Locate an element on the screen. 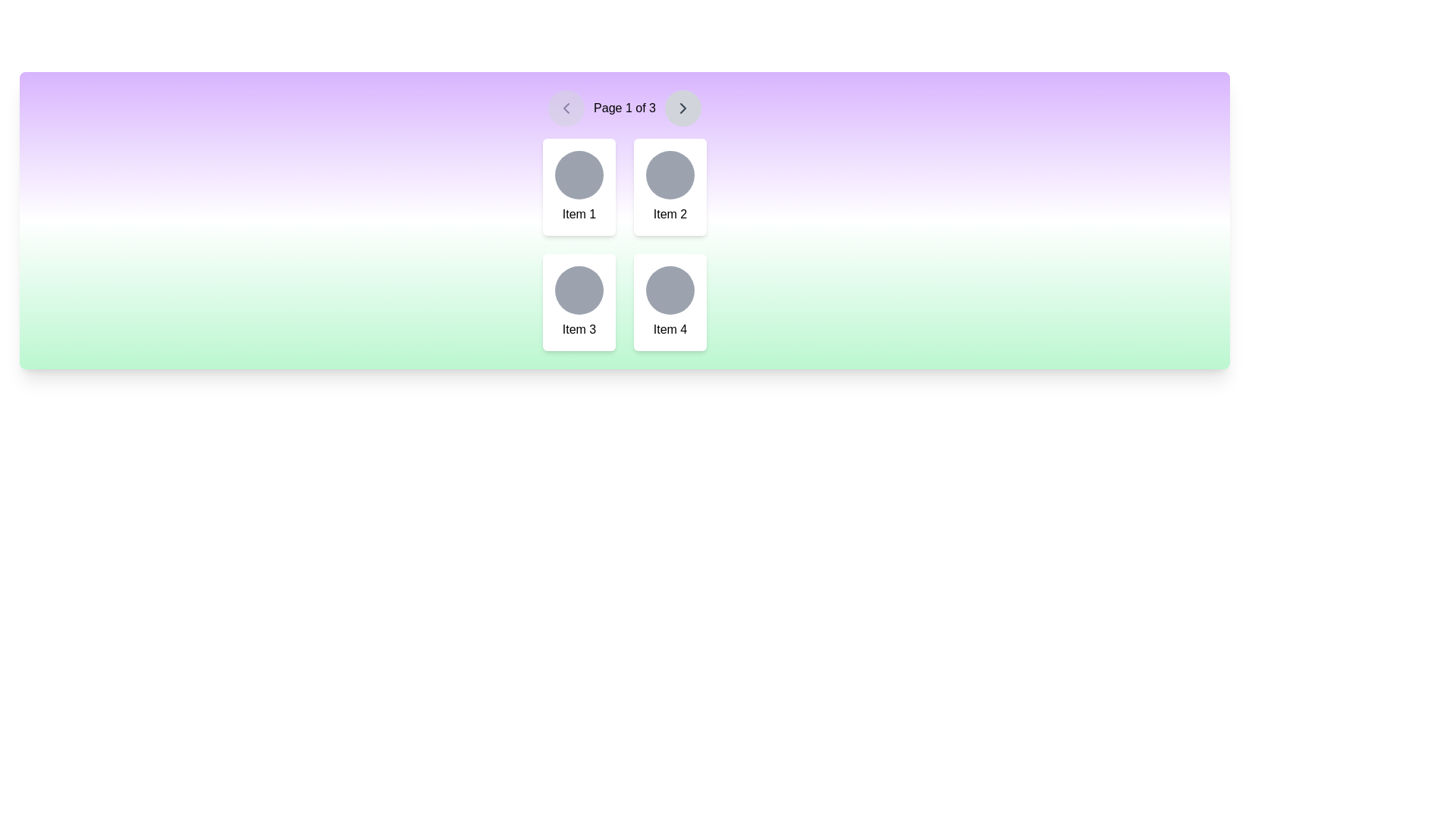 The height and width of the screenshot is (819, 1456). the decorative circular element located centrally within the card labeled 'Item 3', which is part of a 2x2 grid layout is located at coordinates (578, 290).